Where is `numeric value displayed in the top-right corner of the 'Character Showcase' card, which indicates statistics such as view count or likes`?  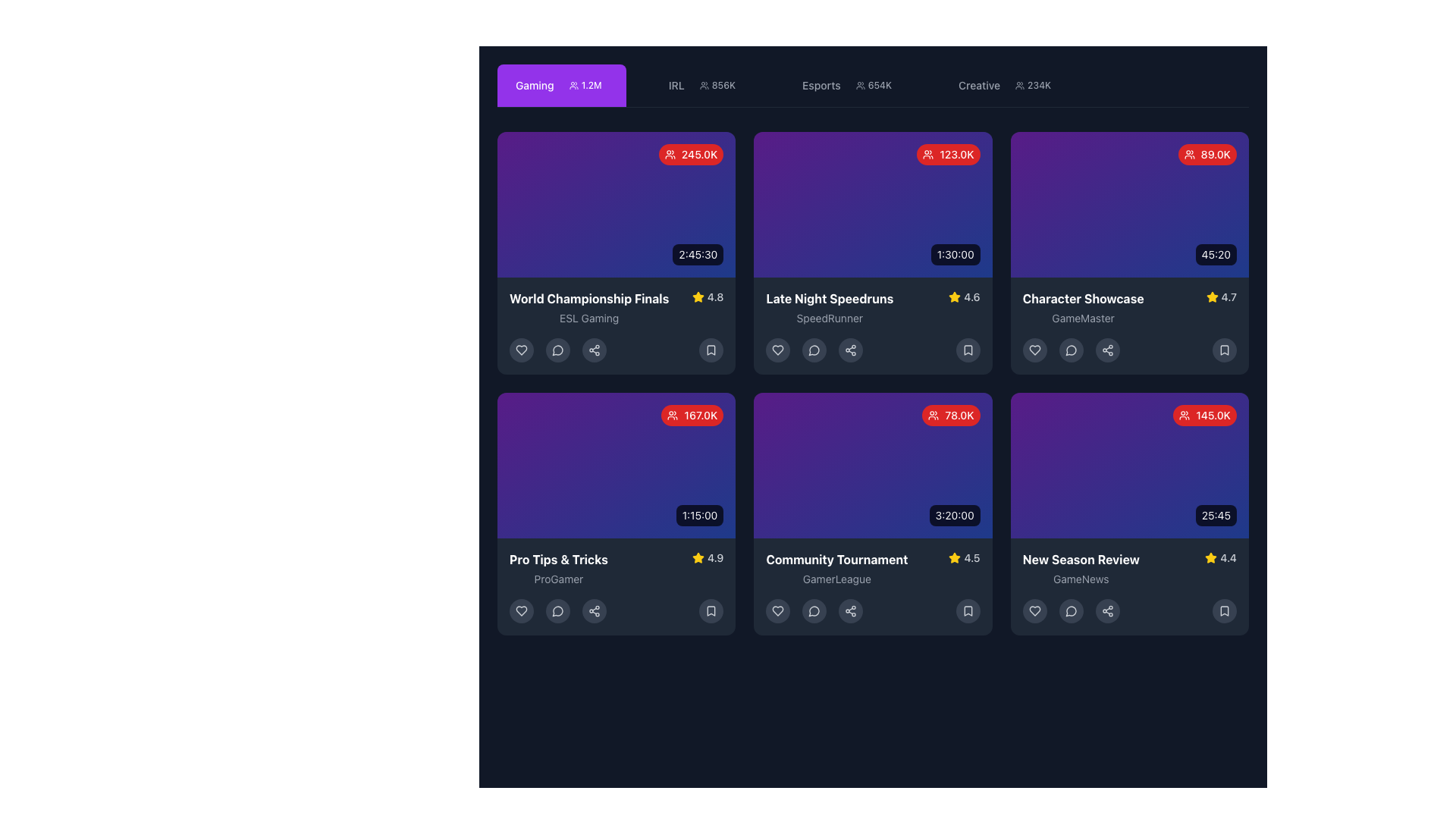
numeric value displayed in the top-right corner of the 'Character Showcase' card, which indicates statistics such as view count or likes is located at coordinates (1216, 155).